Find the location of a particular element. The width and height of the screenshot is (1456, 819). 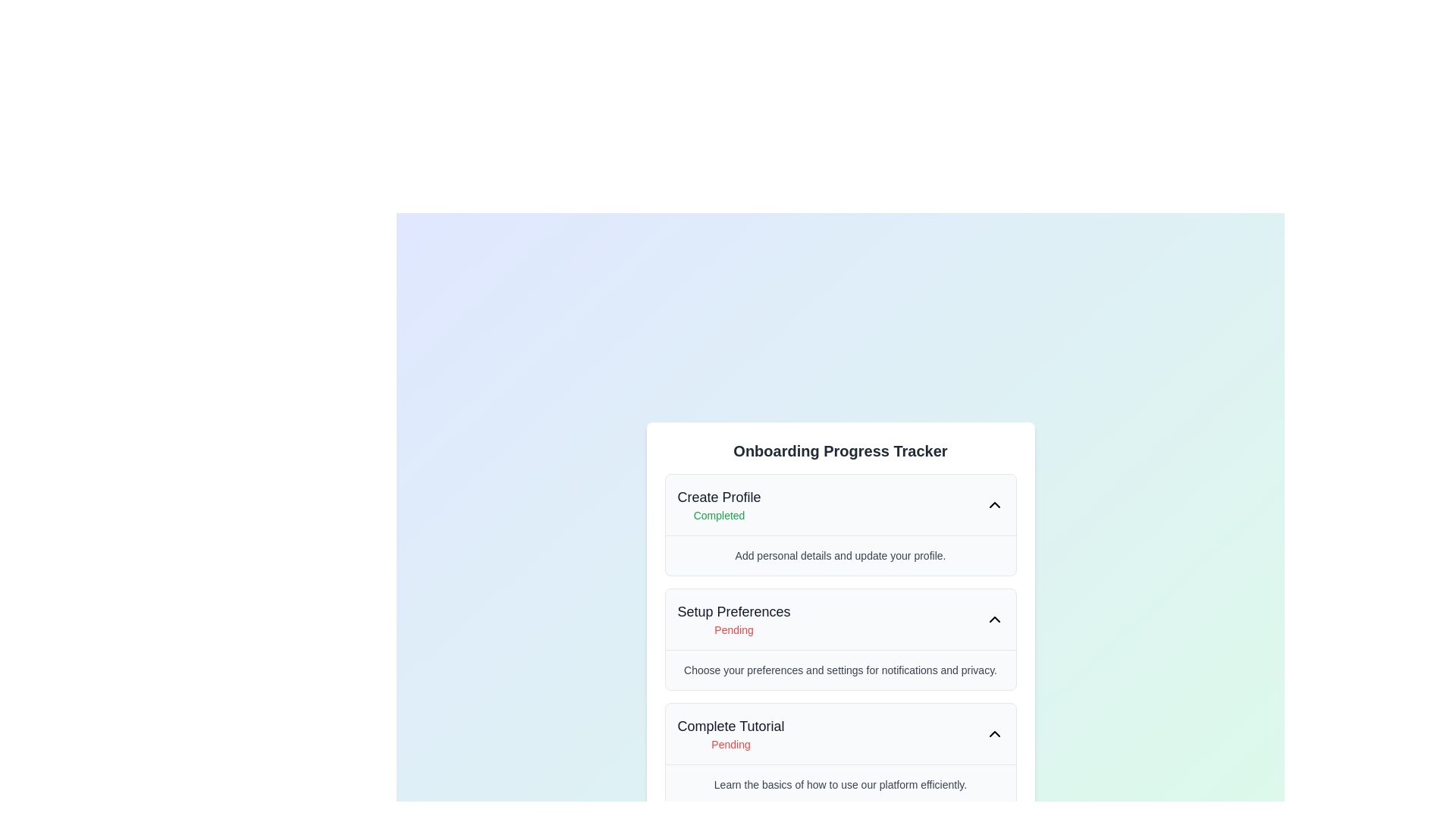

the Informational indicator displaying 'Complete Tutorial' and 'Pending' status, located in the bottom section of the 'Onboarding Progress Tracker' interface is located at coordinates (731, 733).